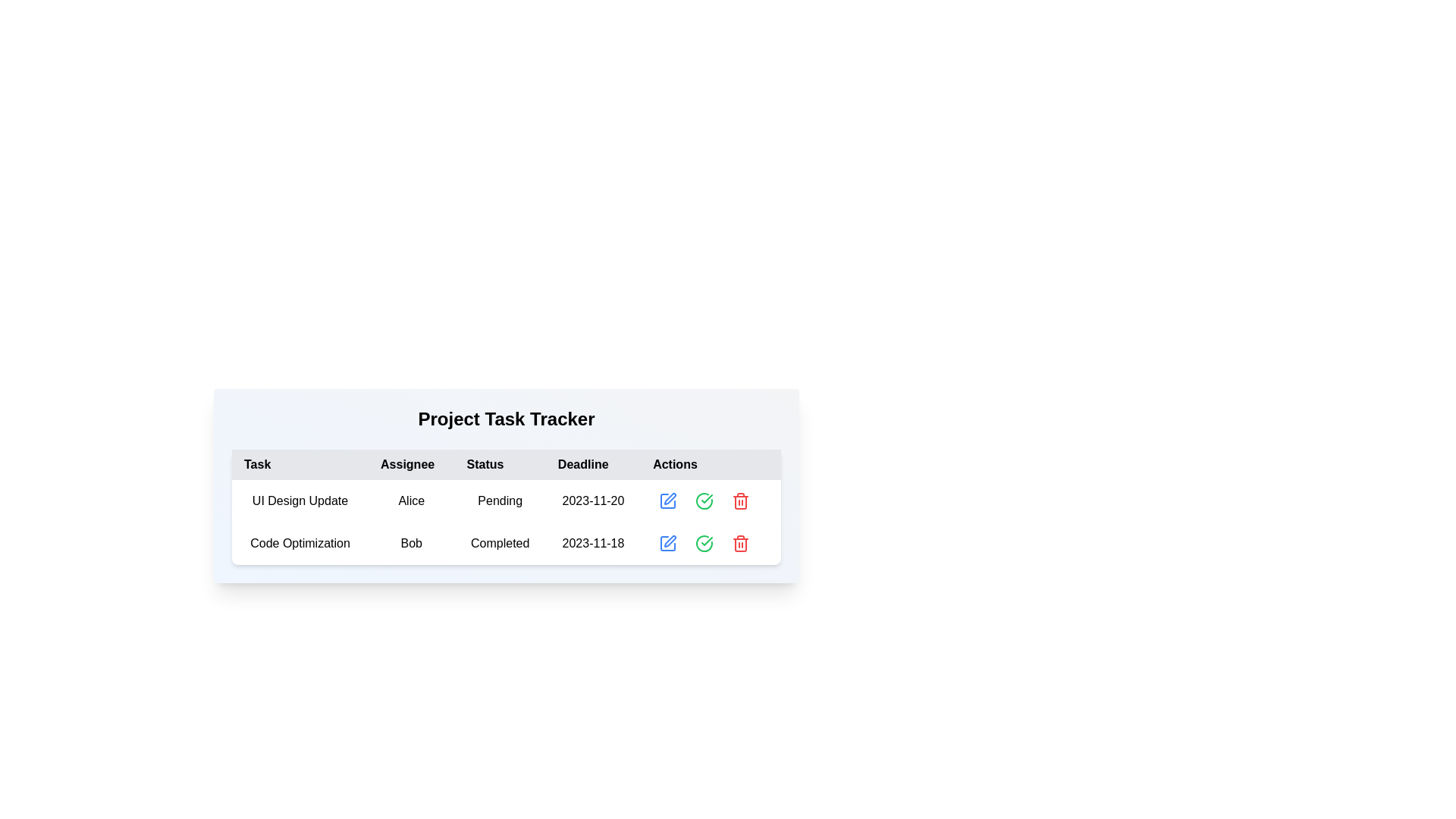  I want to click on the checkmark icon in the 'Actions' column for the row labeled 'Code Optimization', so click(706, 499).